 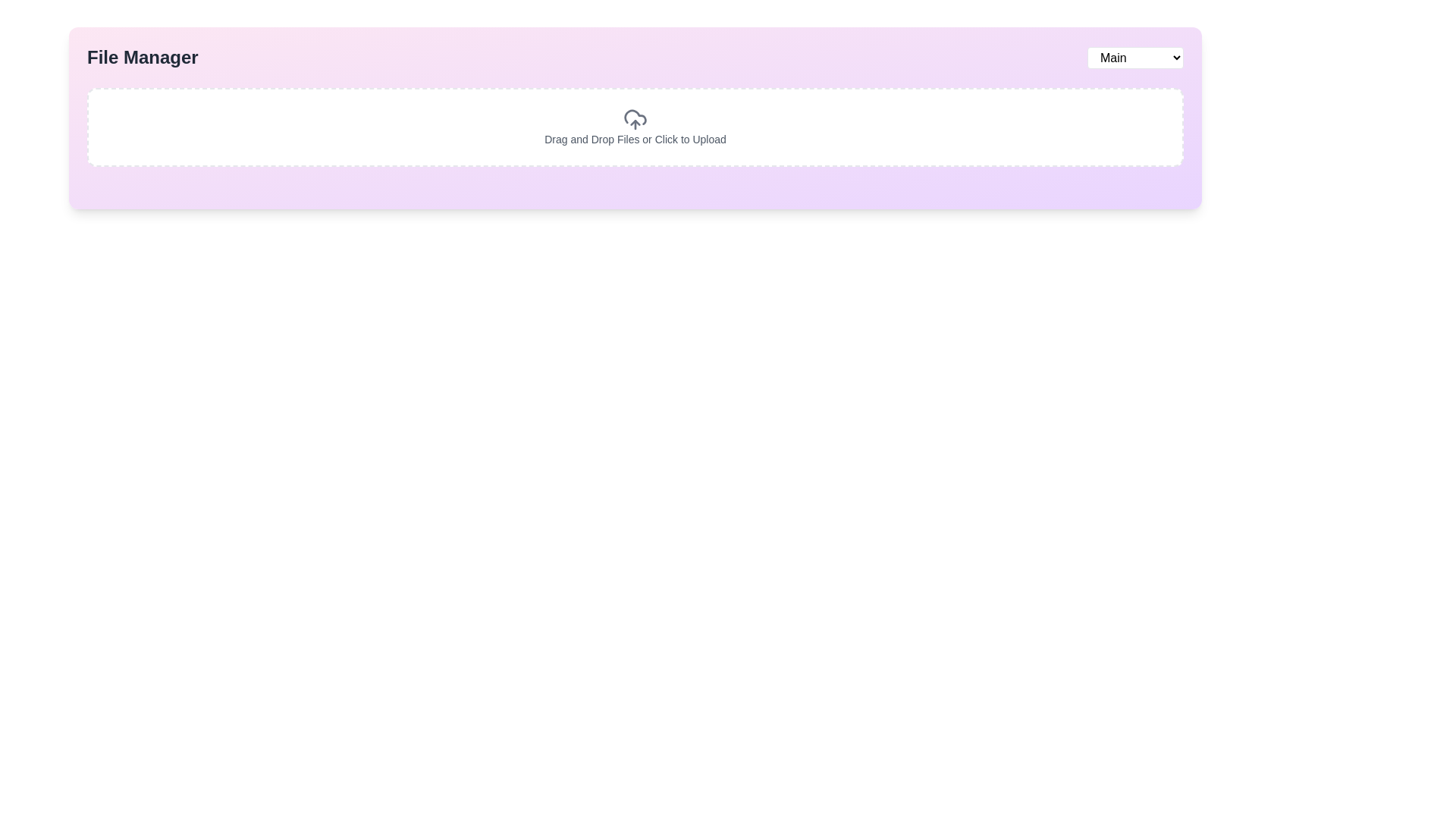 I want to click on the text label that says 'Drag and Drop Files or Click to Upload' to read its content, so click(x=635, y=140).